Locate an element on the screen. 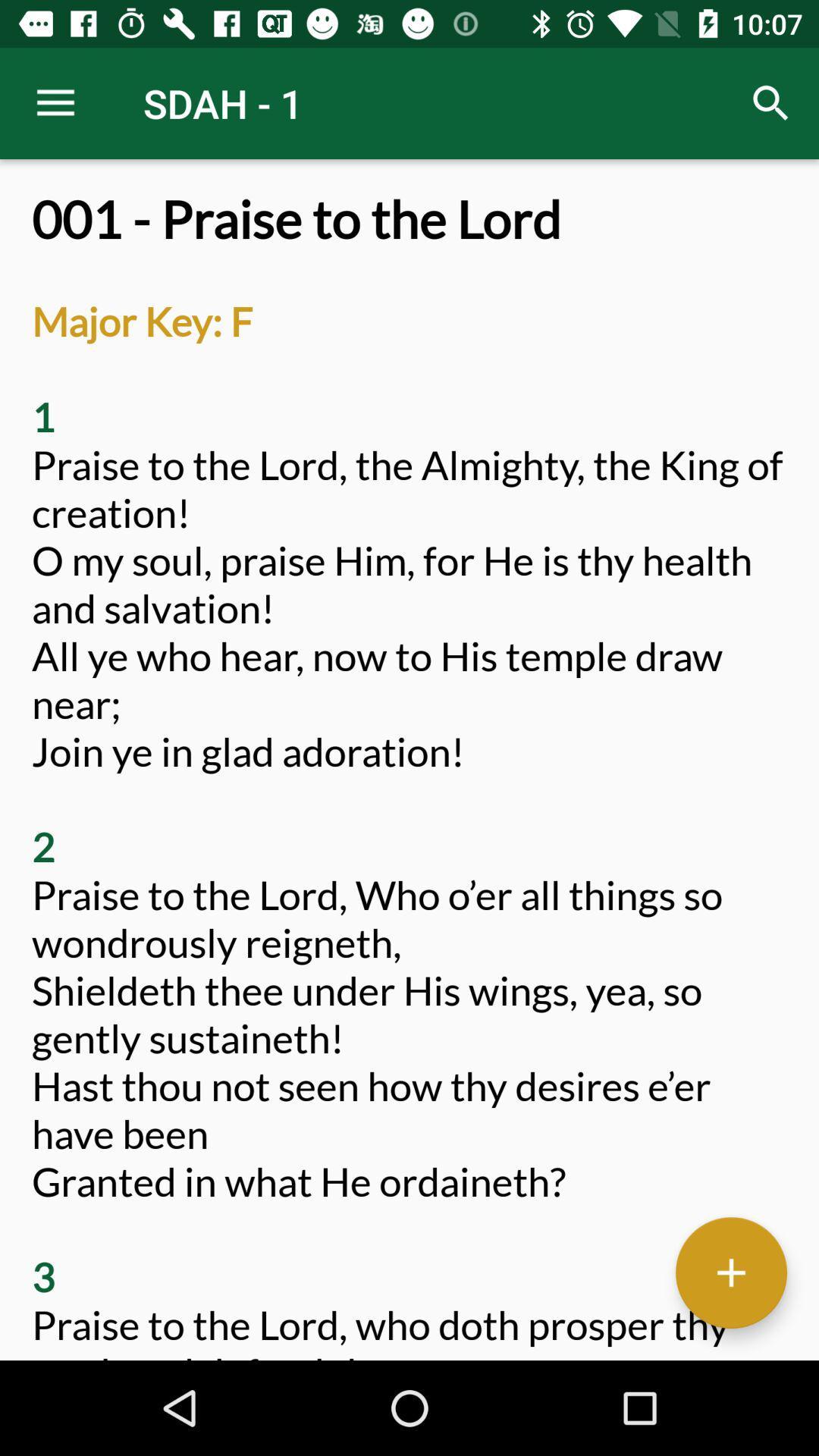  the 001 praise to at the center is located at coordinates (409, 775).